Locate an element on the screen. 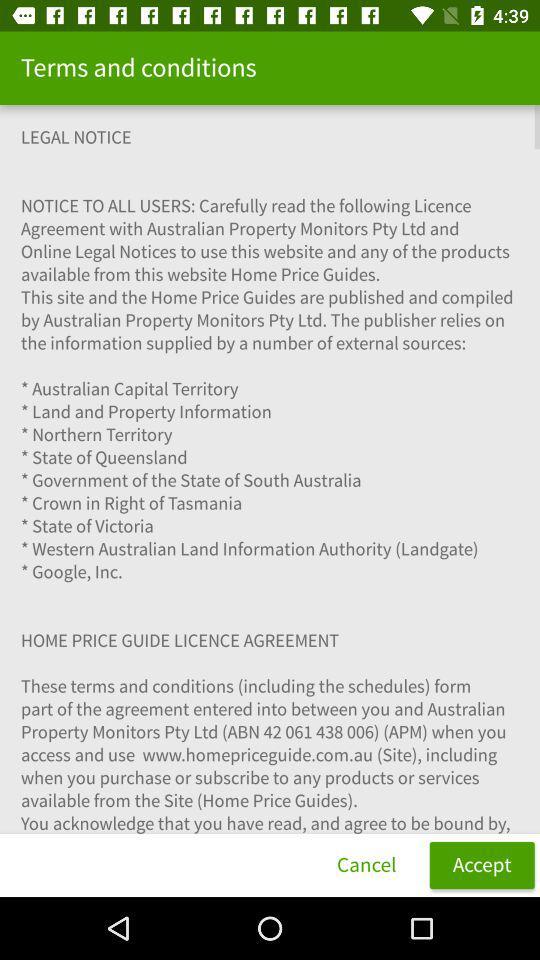  item next to the accept item is located at coordinates (365, 864).